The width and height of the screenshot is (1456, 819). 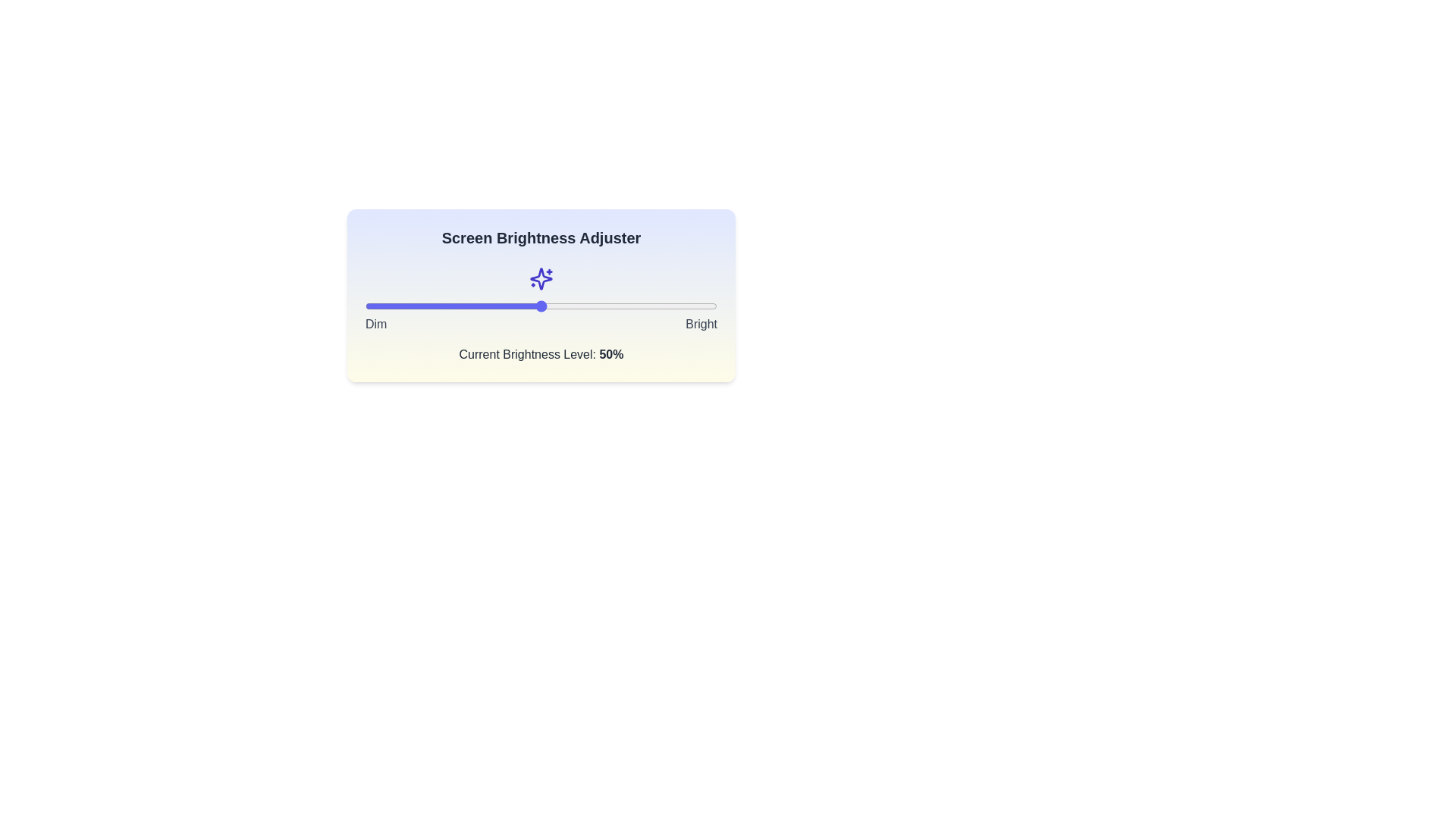 I want to click on the brightness slider to 85% to observe the icon change, so click(x=664, y=306).